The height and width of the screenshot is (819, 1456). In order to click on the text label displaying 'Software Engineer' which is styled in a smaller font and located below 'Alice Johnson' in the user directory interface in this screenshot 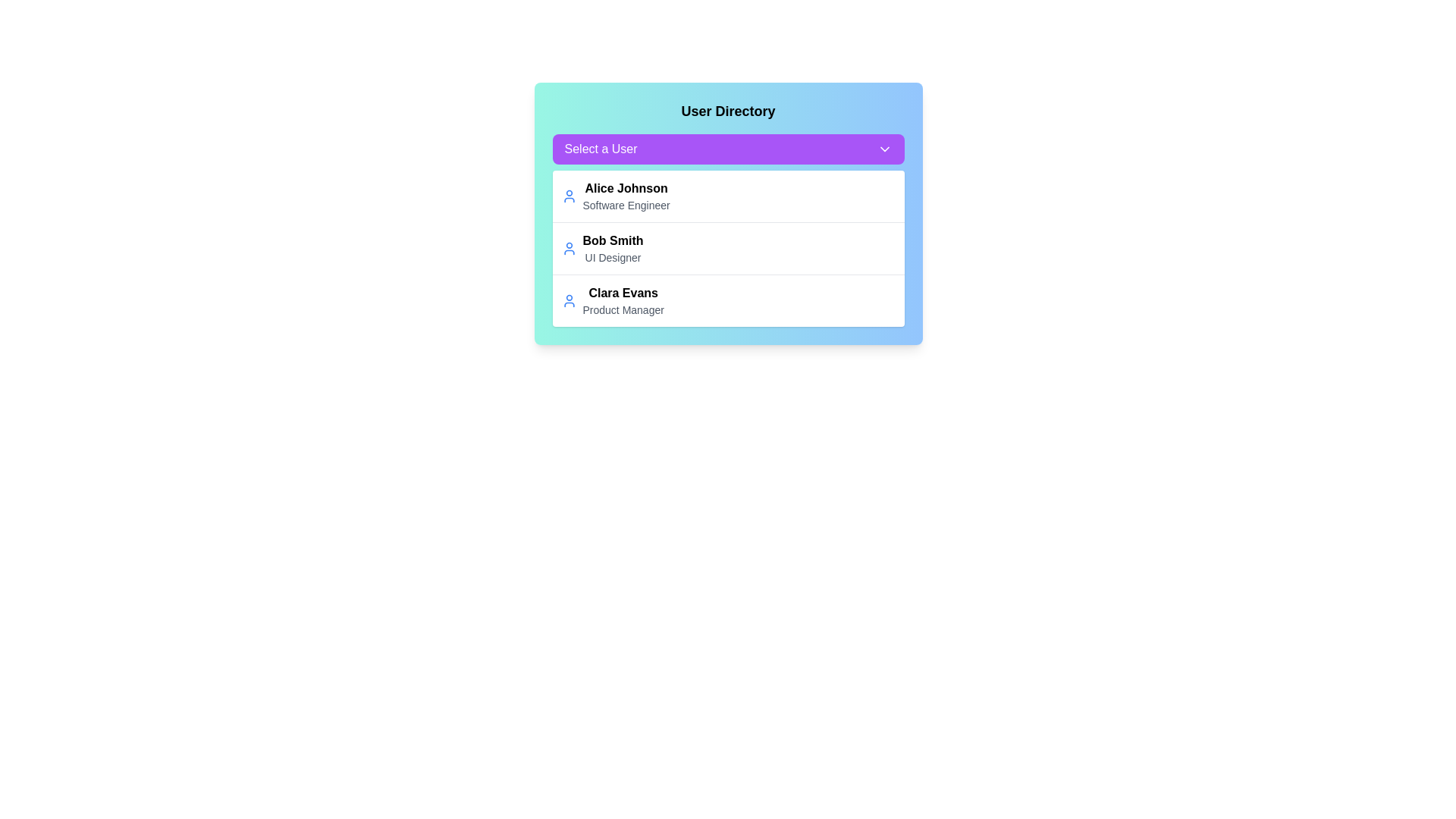, I will do `click(626, 205)`.